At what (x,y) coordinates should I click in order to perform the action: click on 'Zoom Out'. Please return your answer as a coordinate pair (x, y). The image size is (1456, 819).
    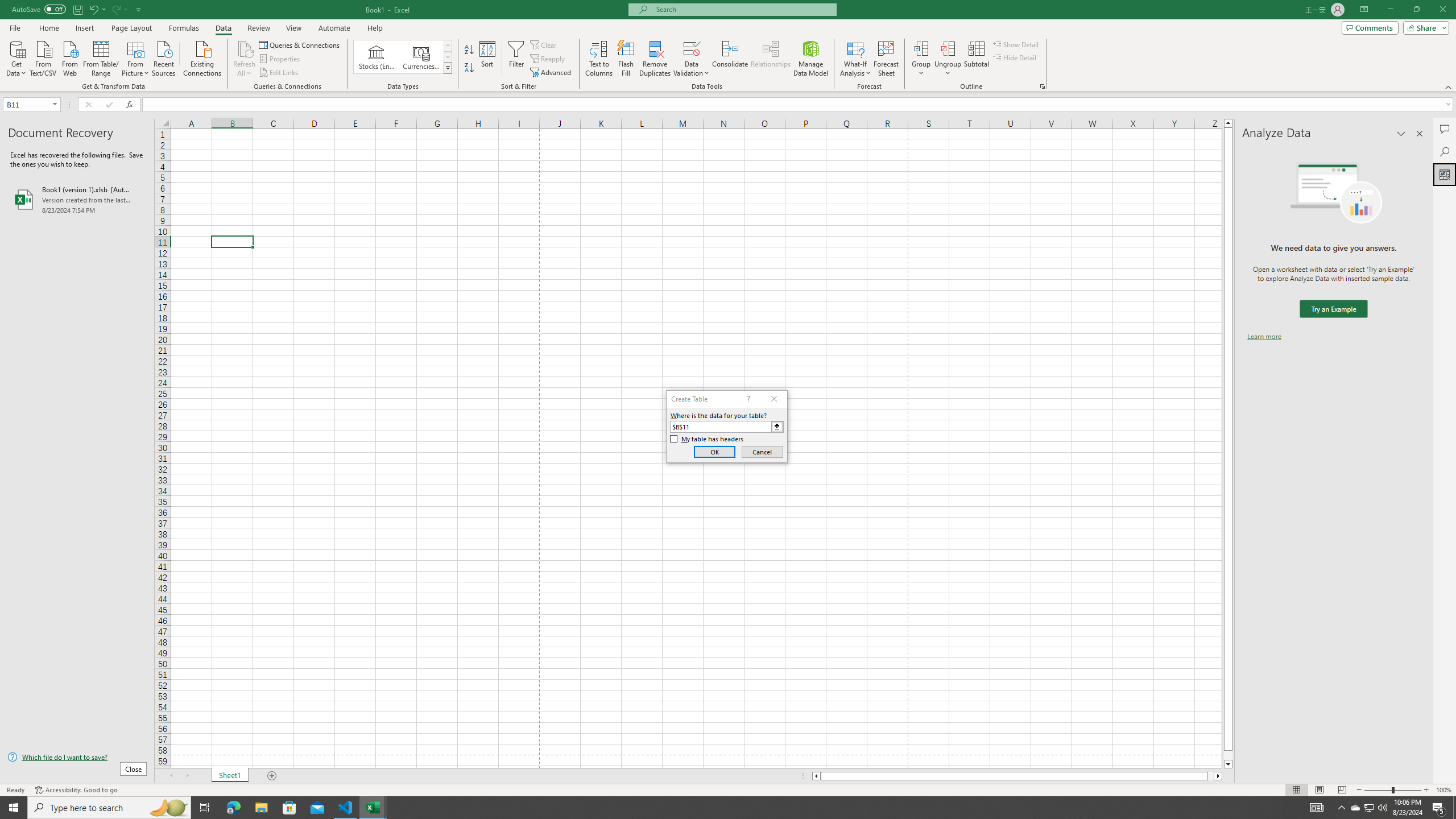
    Looking at the image, I should click on (1378, 790).